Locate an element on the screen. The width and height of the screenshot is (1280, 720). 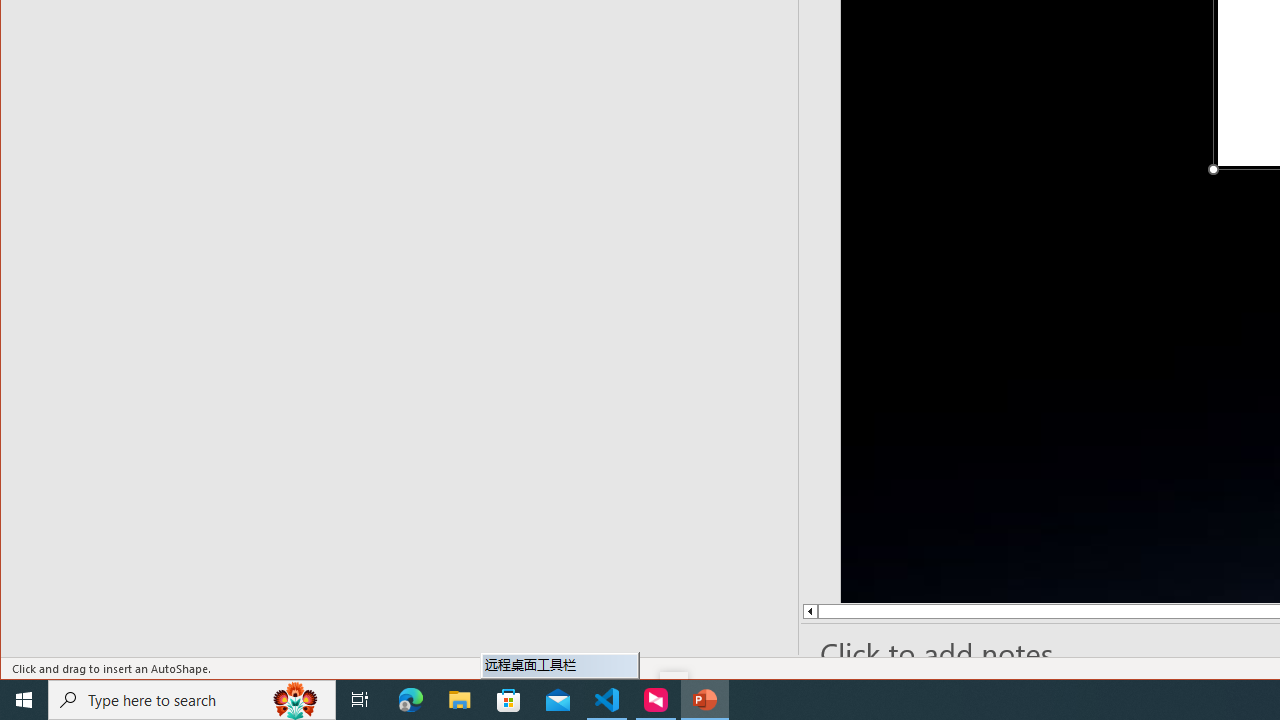
'Microsoft Store' is located at coordinates (509, 698).